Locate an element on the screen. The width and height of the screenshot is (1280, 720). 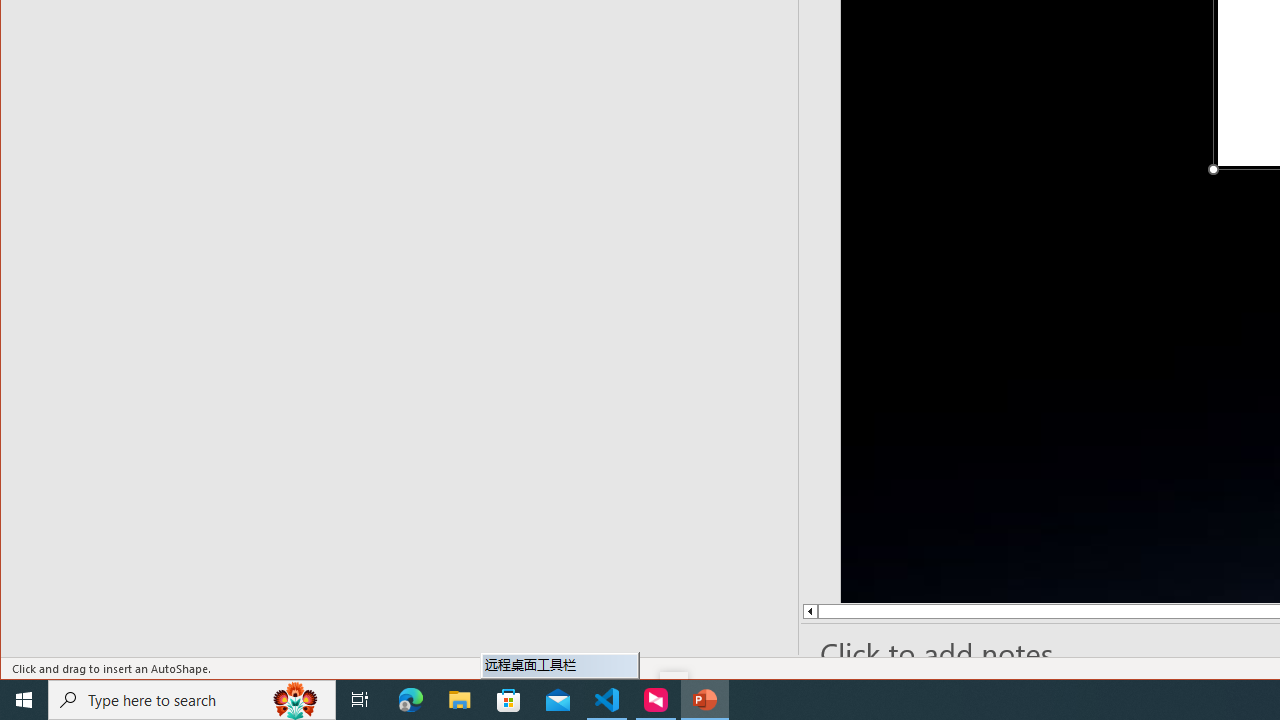
'Microsoft Store' is located at coordinates (509, 698).